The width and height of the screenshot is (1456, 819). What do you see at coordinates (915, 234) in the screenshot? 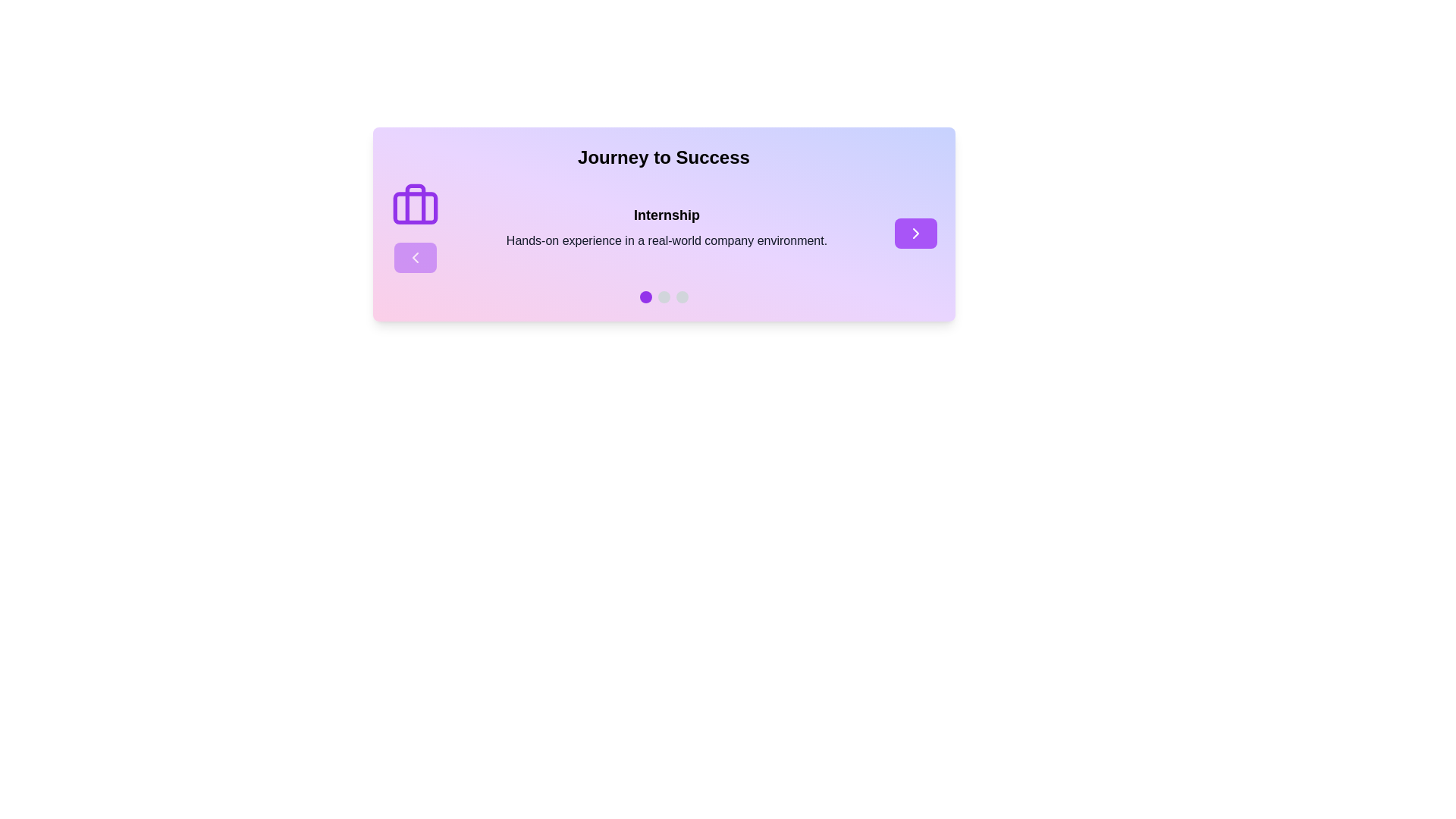
I see `the rightward navigation icon located within the purple button on the right side of a horizontal card-like component` at bounding box center [915, 234].